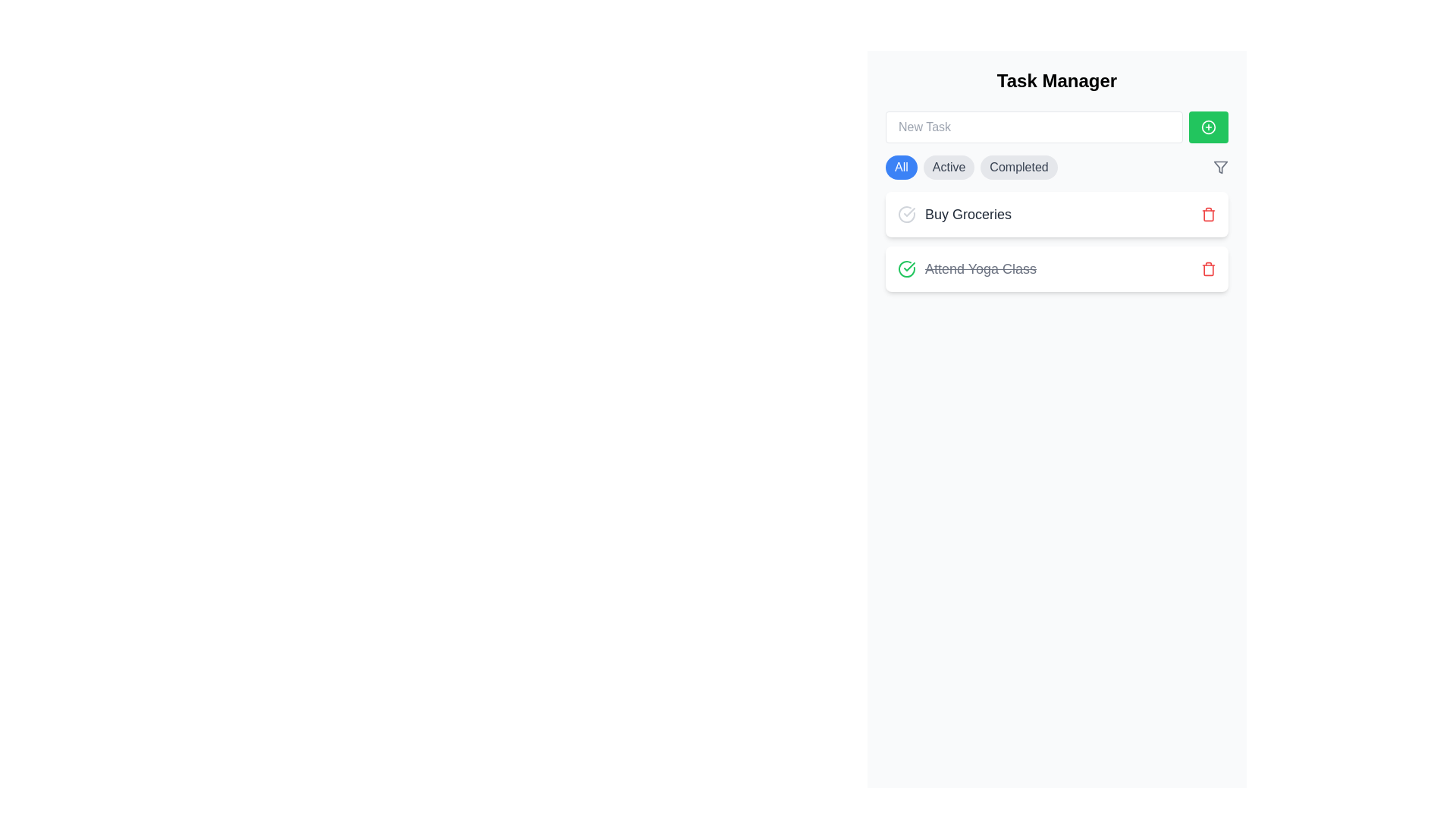  Describe the element at coordinates (1207, 214) in the screenshot. I see `the delete button located on the right side of the 'Buy Groceries' task` at that location.